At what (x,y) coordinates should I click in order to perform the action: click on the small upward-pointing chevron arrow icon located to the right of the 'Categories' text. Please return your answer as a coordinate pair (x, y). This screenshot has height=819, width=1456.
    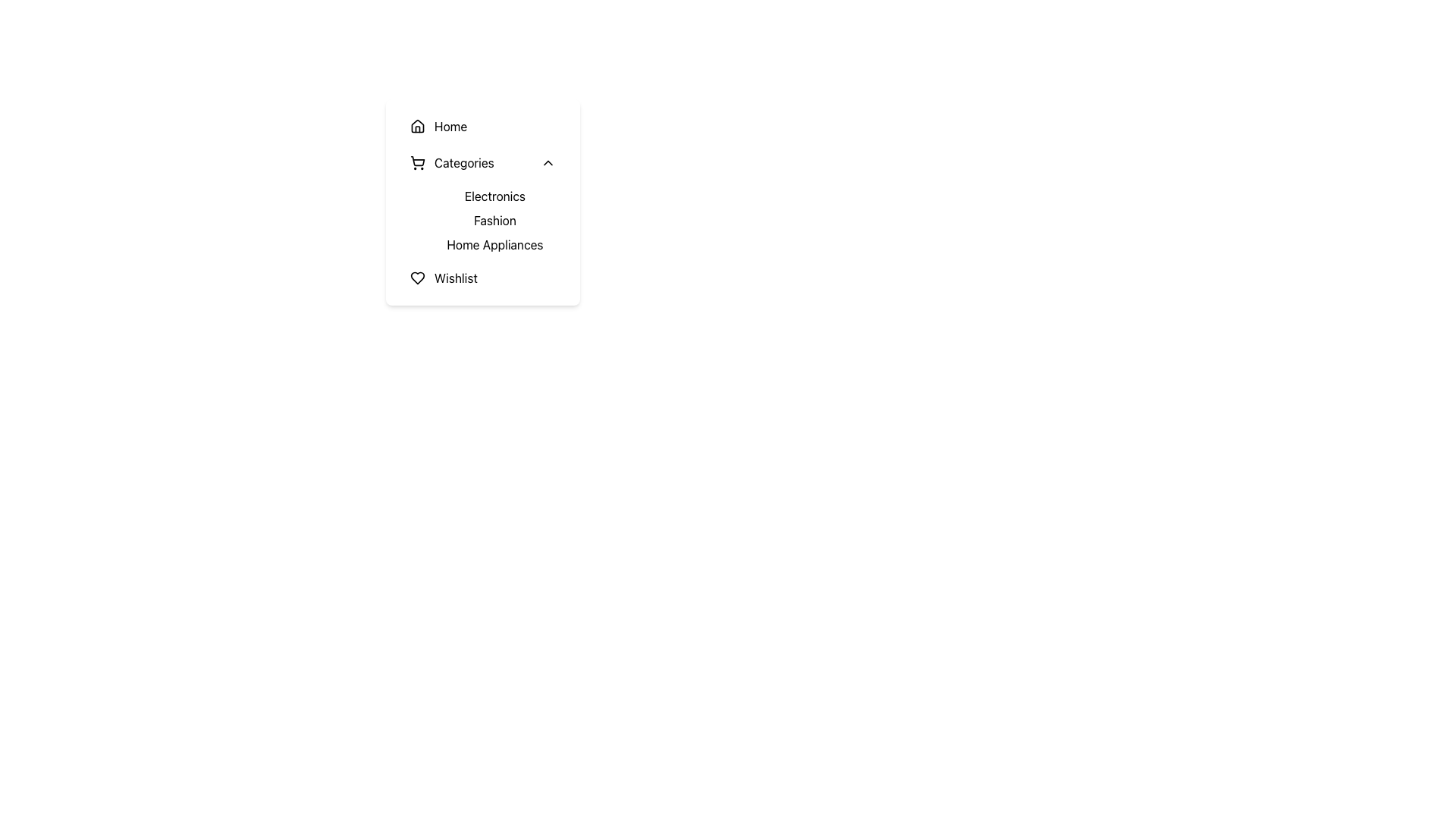
    Looking at the image, I should click on (548, 163).